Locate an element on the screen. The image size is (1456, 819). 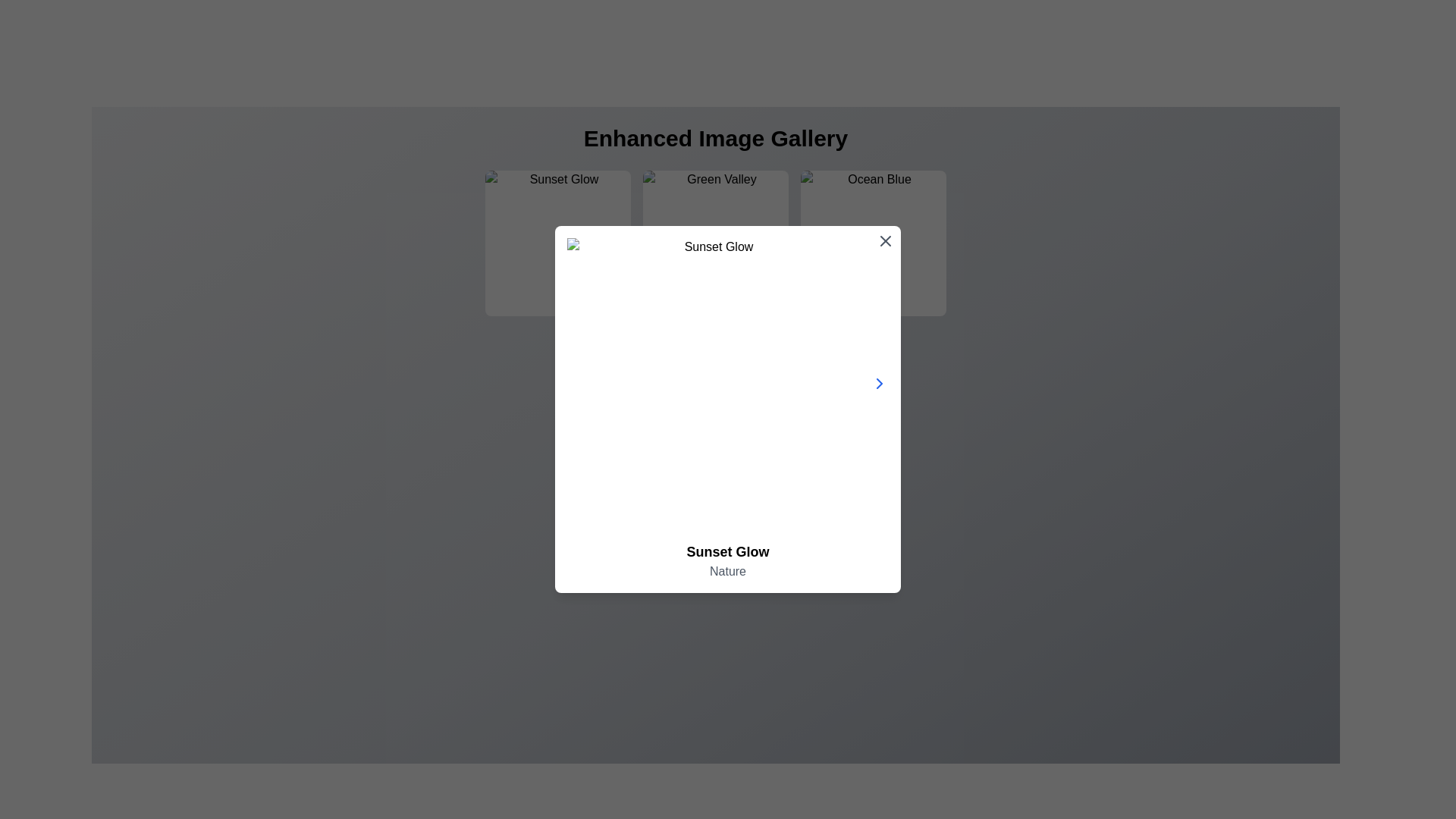
the 'Ocean Blue' interactive card in the image gallery is located at coordinates (874, 242).